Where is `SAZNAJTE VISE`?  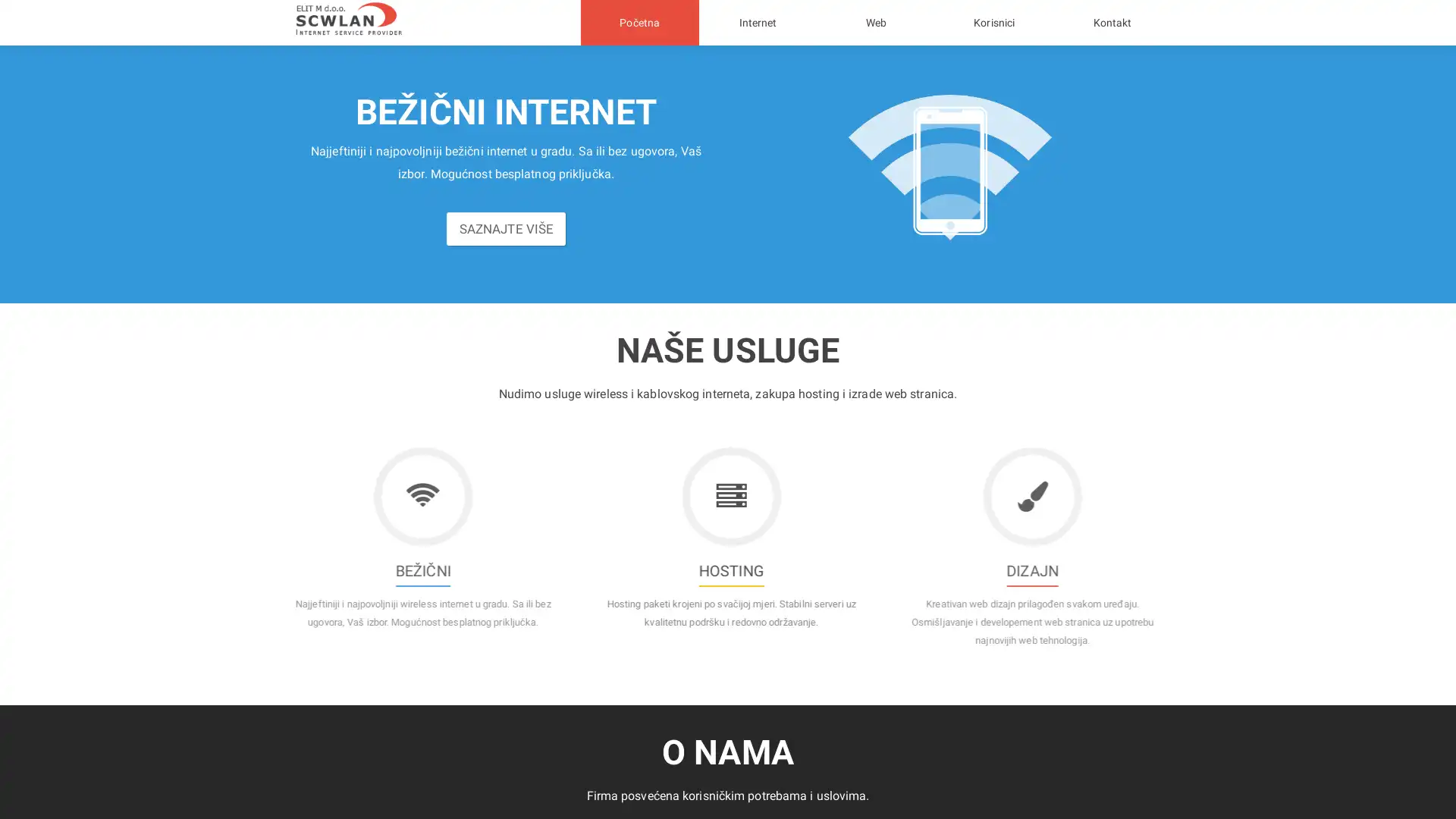 SAZNAJTE VISE is located at coordinates (506, 237).